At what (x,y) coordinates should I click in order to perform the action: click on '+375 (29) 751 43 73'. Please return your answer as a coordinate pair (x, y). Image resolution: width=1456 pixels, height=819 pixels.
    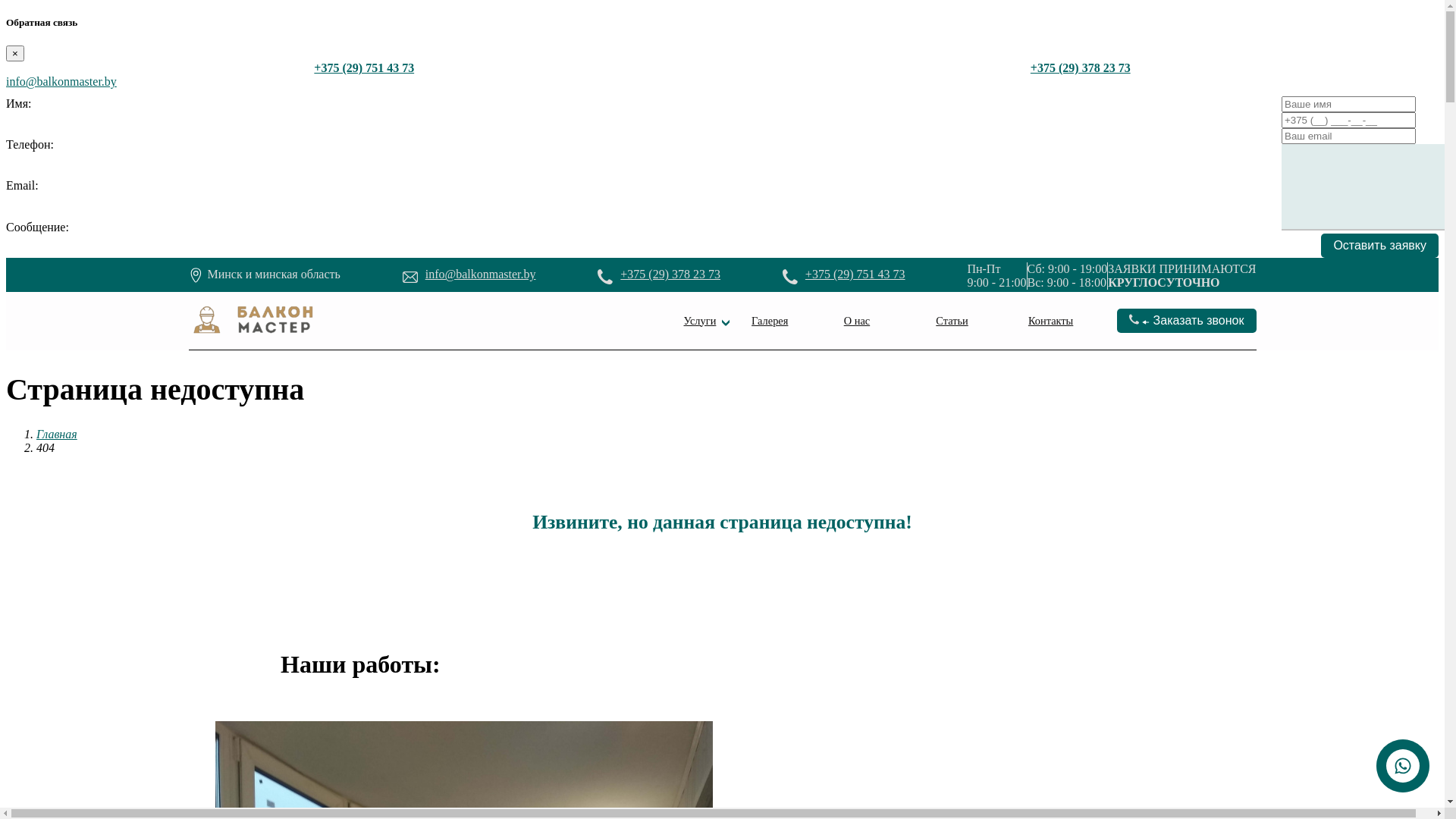
    Looking at the image, I should click on (855, 274).